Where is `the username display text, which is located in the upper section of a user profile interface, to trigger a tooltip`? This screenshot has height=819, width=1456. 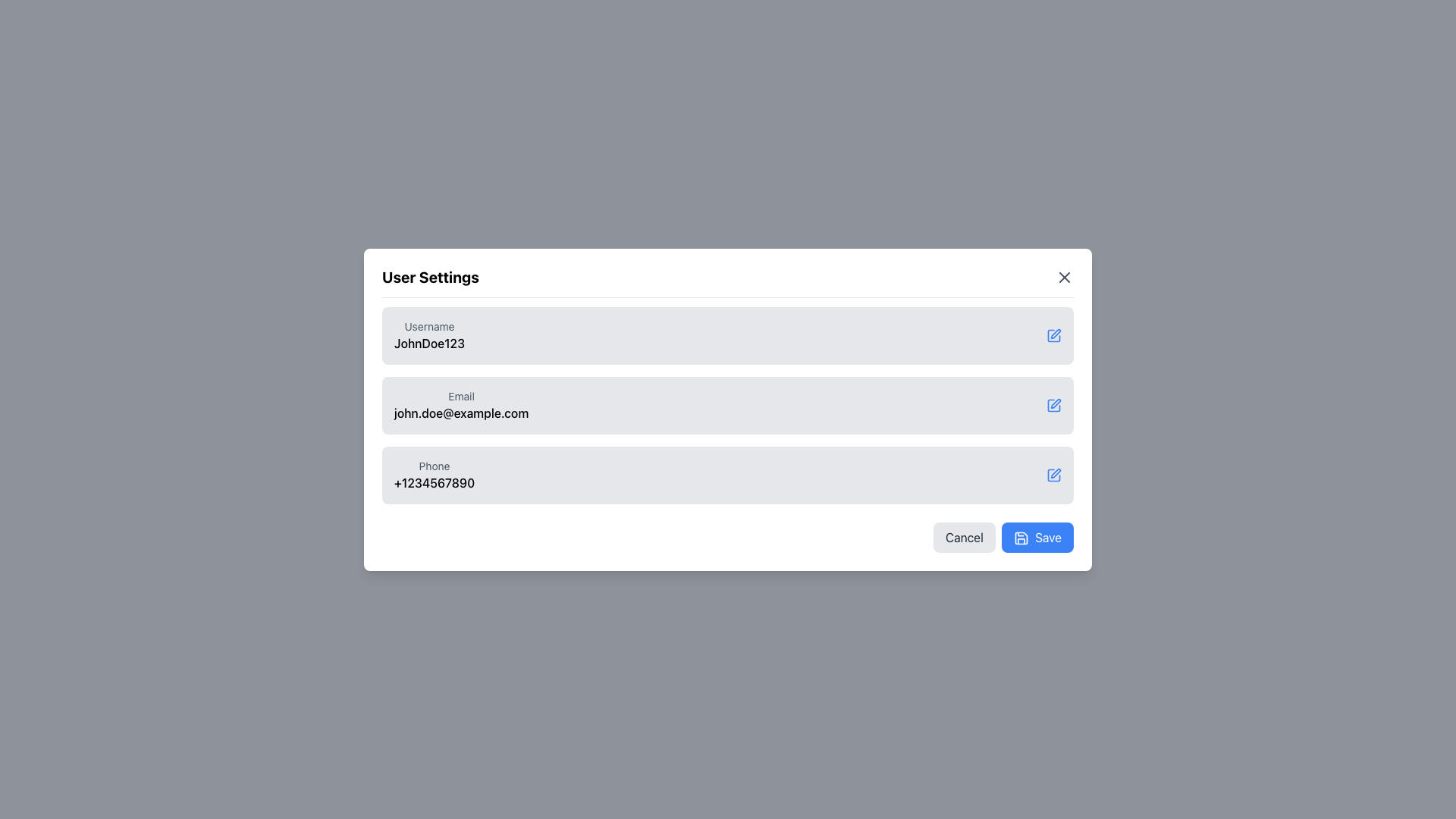 the username display text, which is located in the upper section of a user profile interface, to trigger a tooltip is located at coordinates (428, 334).